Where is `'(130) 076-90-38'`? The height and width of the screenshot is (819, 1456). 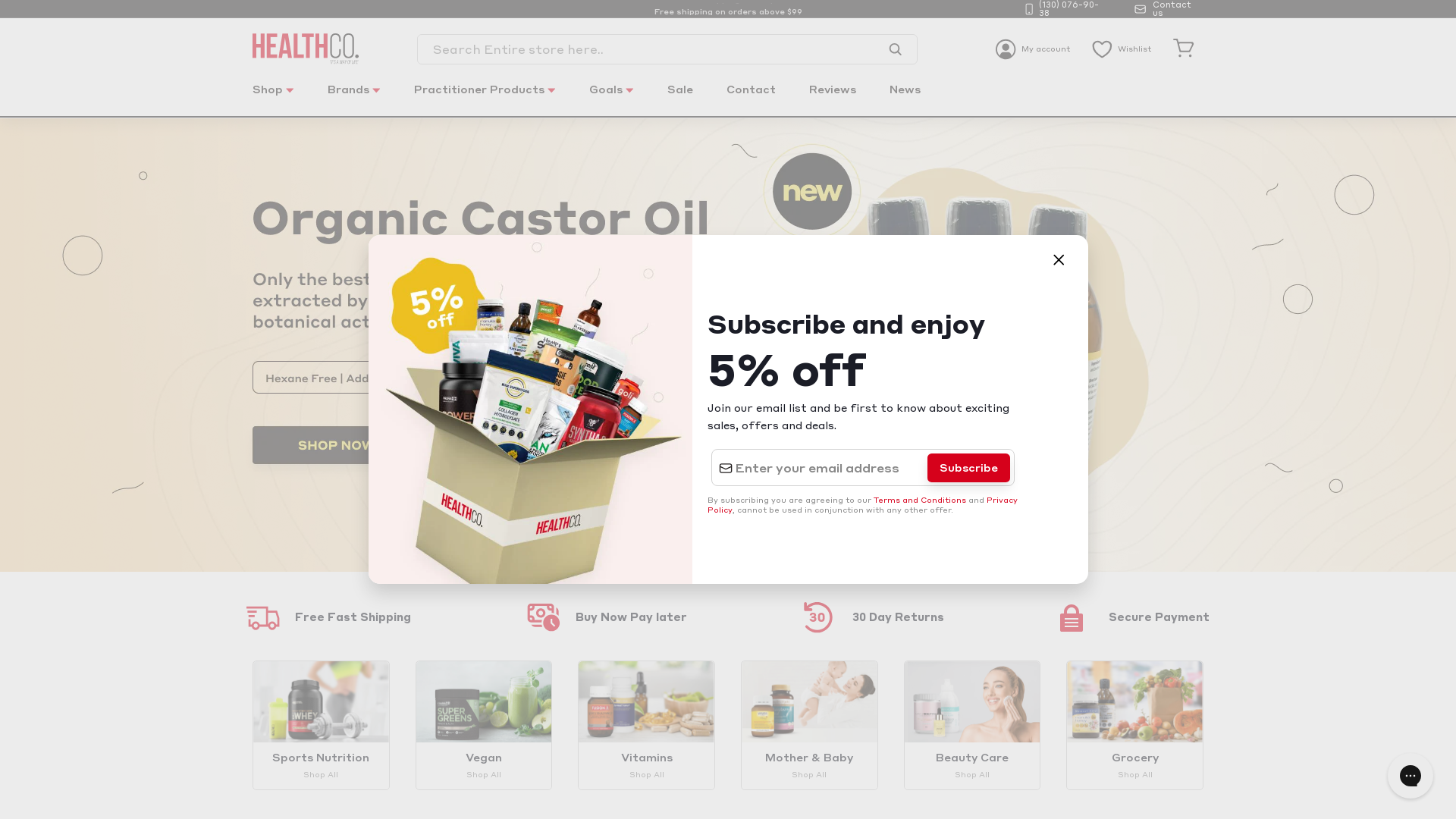
'(130) 076-90-38' is located at coordinates (1065, 8).